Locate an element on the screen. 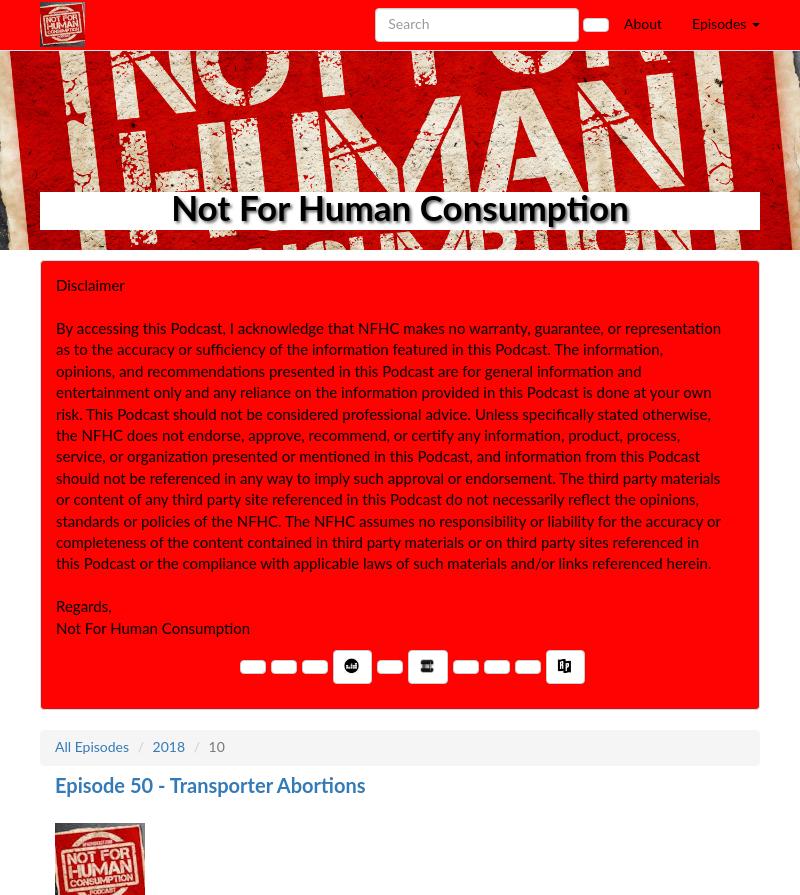  'Disclaimer' is located at coordinates (90, 286).